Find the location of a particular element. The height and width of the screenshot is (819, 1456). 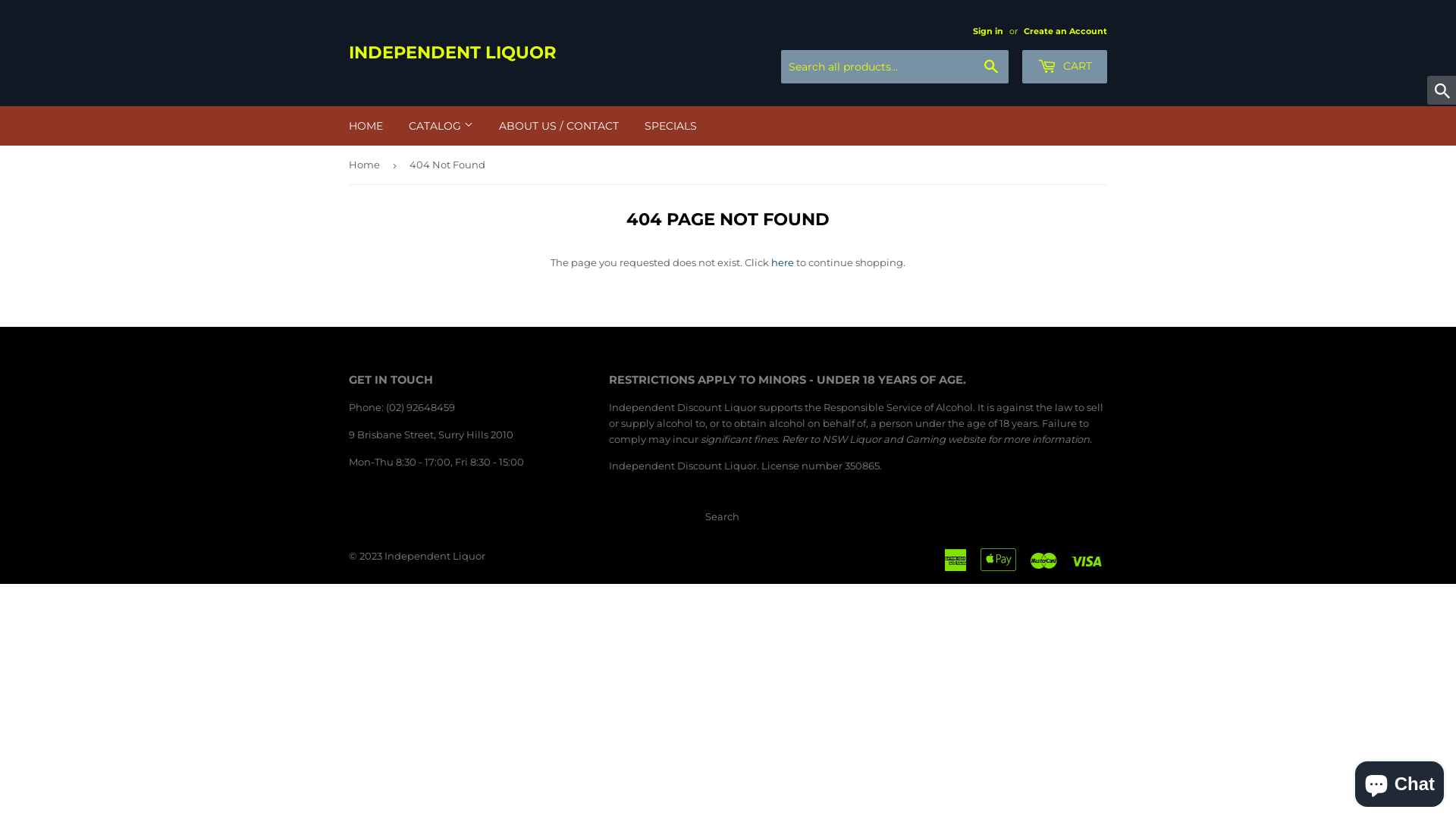

'Home' is located at coordinates (367, 165).